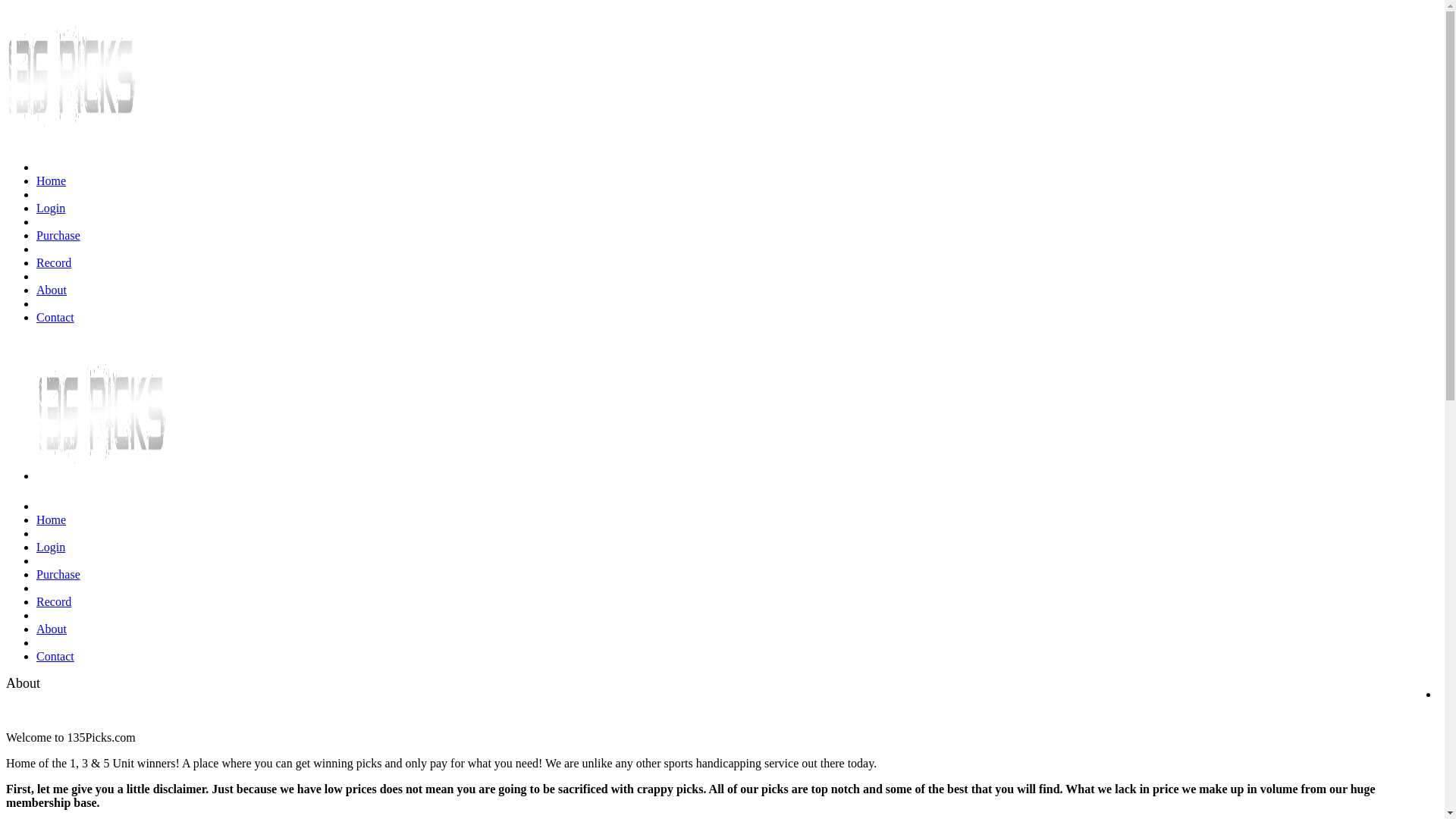 The height and width of the screenshot is (819, 1456). What do you see at coordinates (51, 208) in the screenshot?
I see `'Login'` at bounding box center [51, 208].